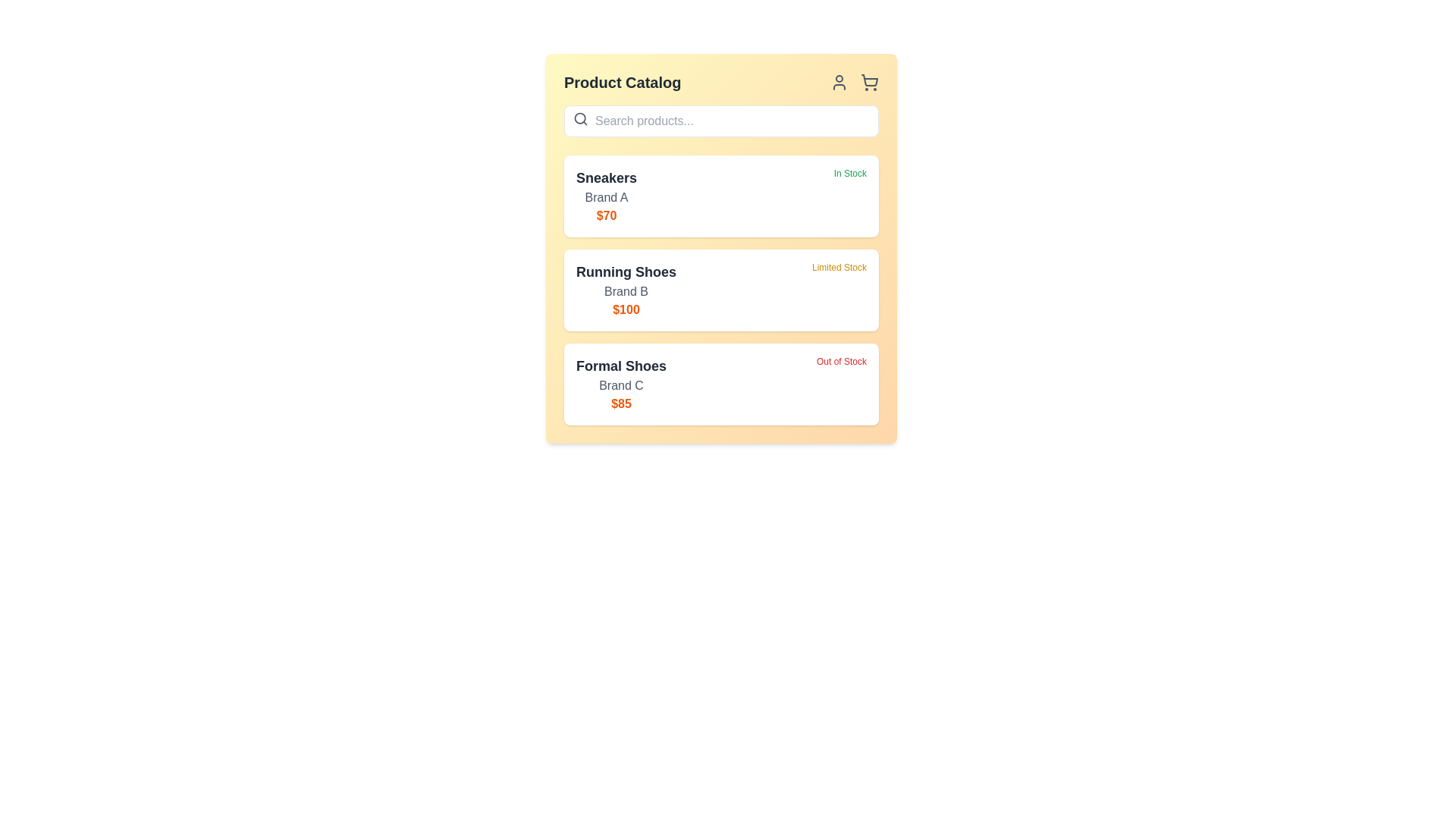  I want to click on the text-based informational component summarizing details about the product 'Sneakers', so click(607, 195).